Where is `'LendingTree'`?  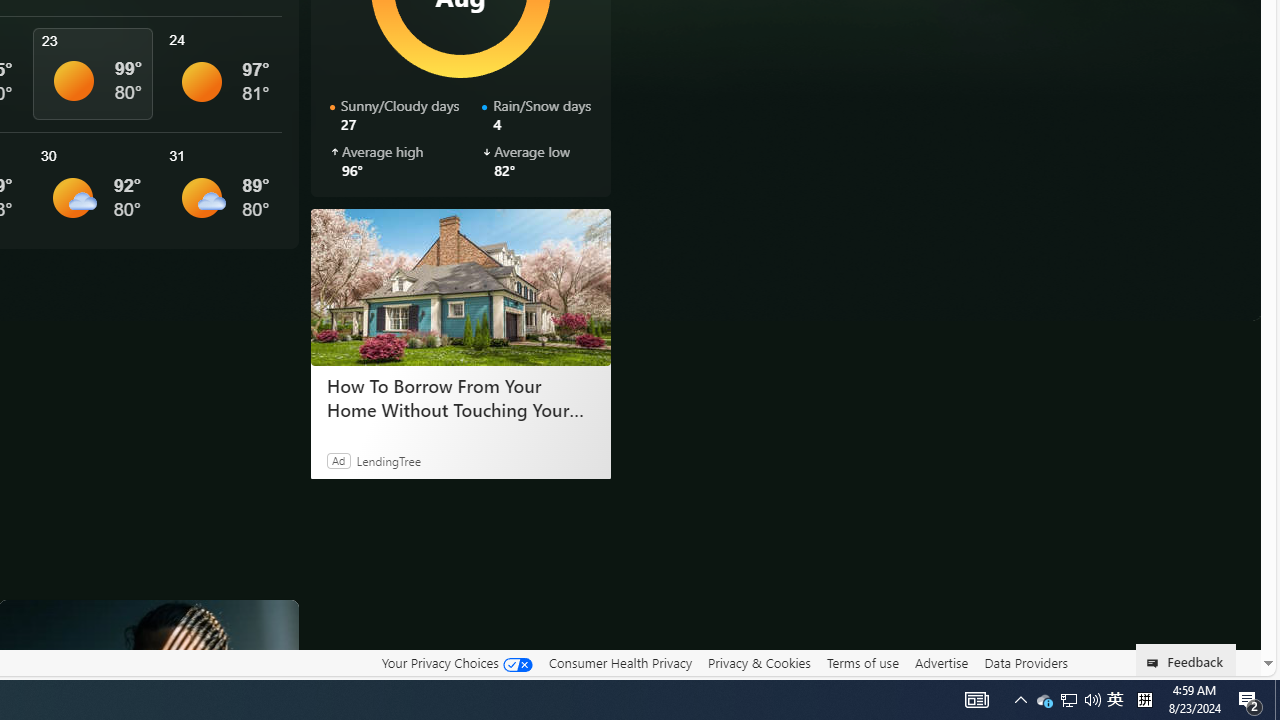 'LendingTree' is located at coordinates (388, 460).